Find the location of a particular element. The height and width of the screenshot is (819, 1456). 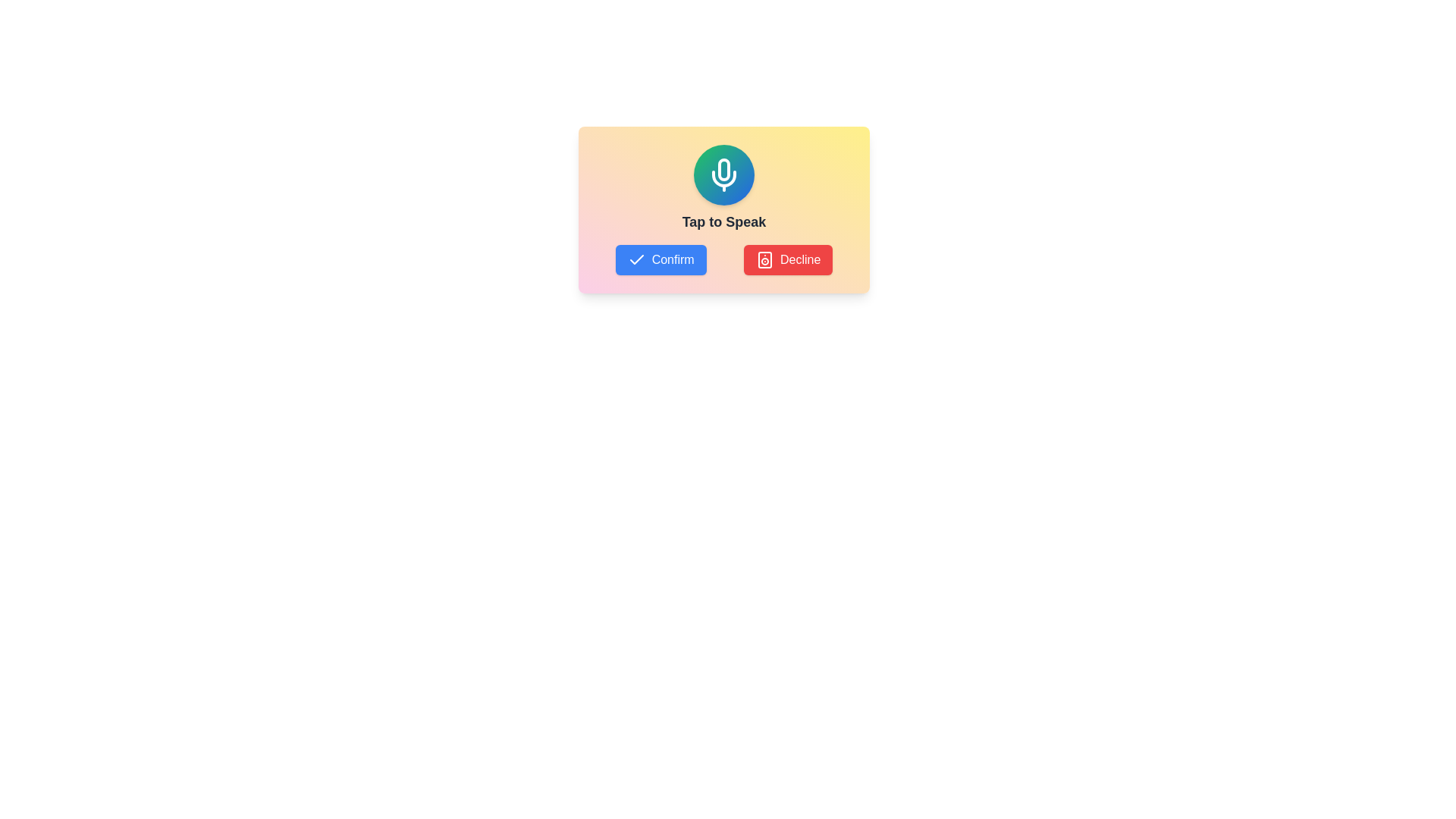

the Interactive icon with label is located at coordinates (723, 188).